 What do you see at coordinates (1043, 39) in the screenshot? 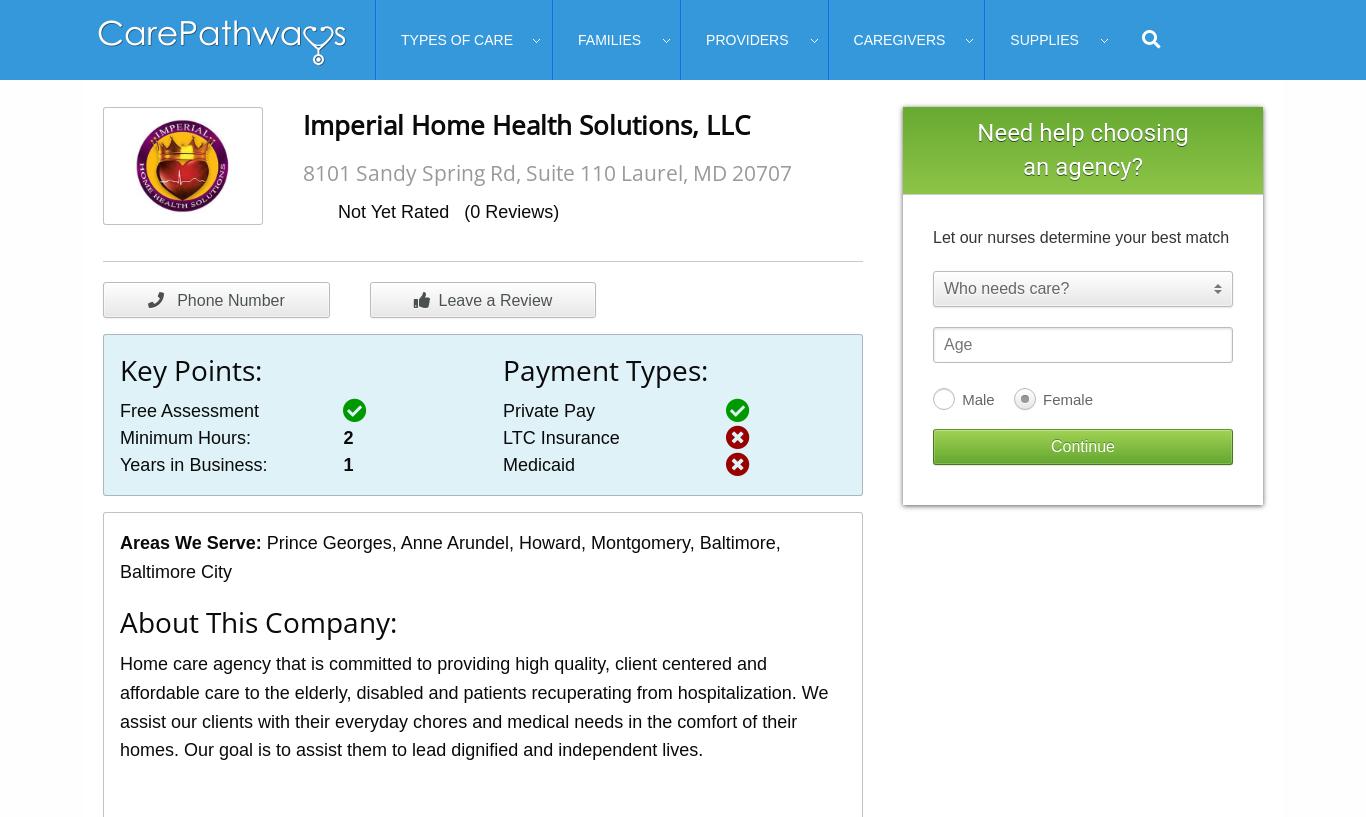
I see `'Supplies'` at bounding box center [1043, 39].